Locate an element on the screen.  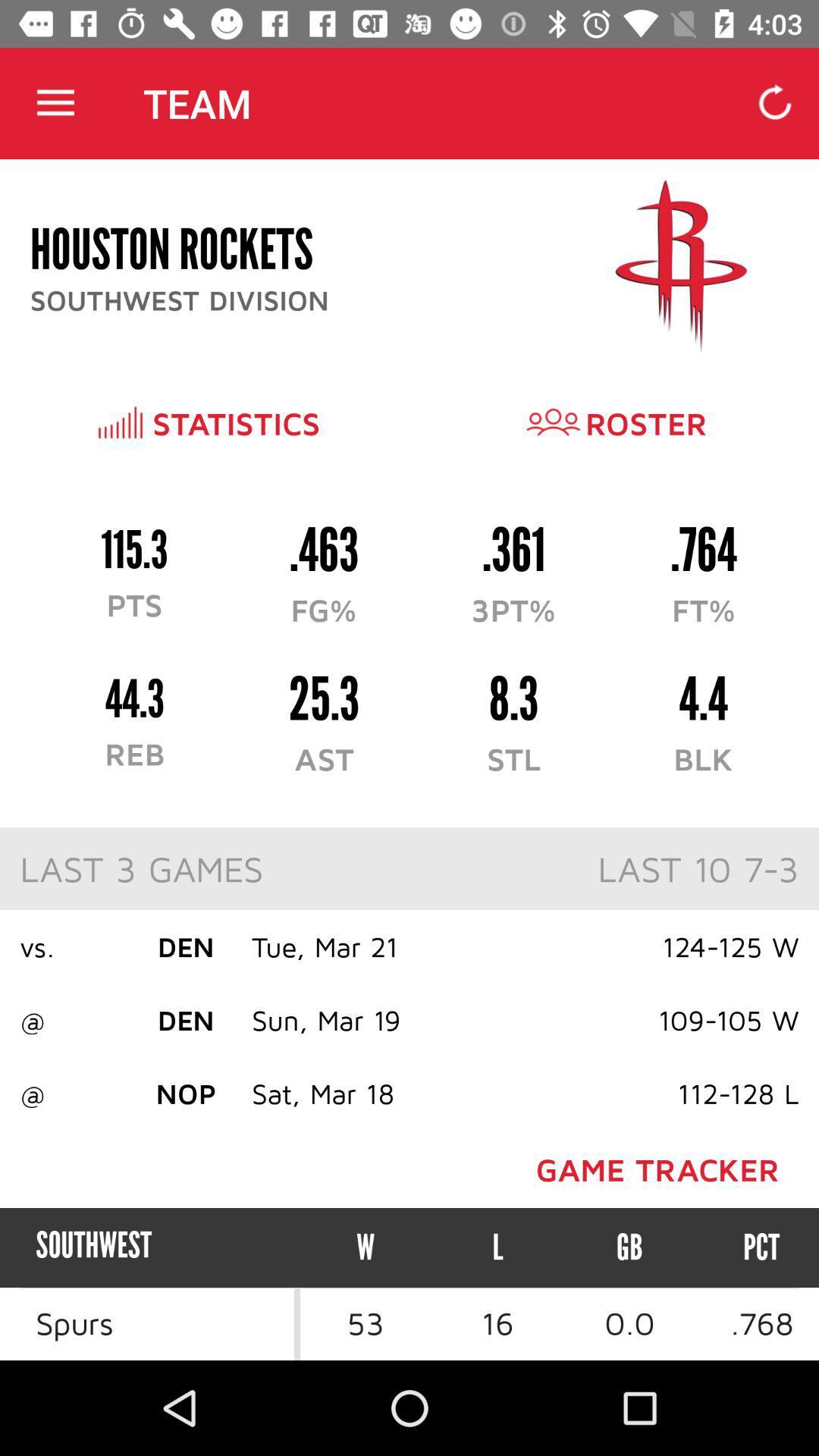
icon next to the pct item is located at coordinates (629, 1247).